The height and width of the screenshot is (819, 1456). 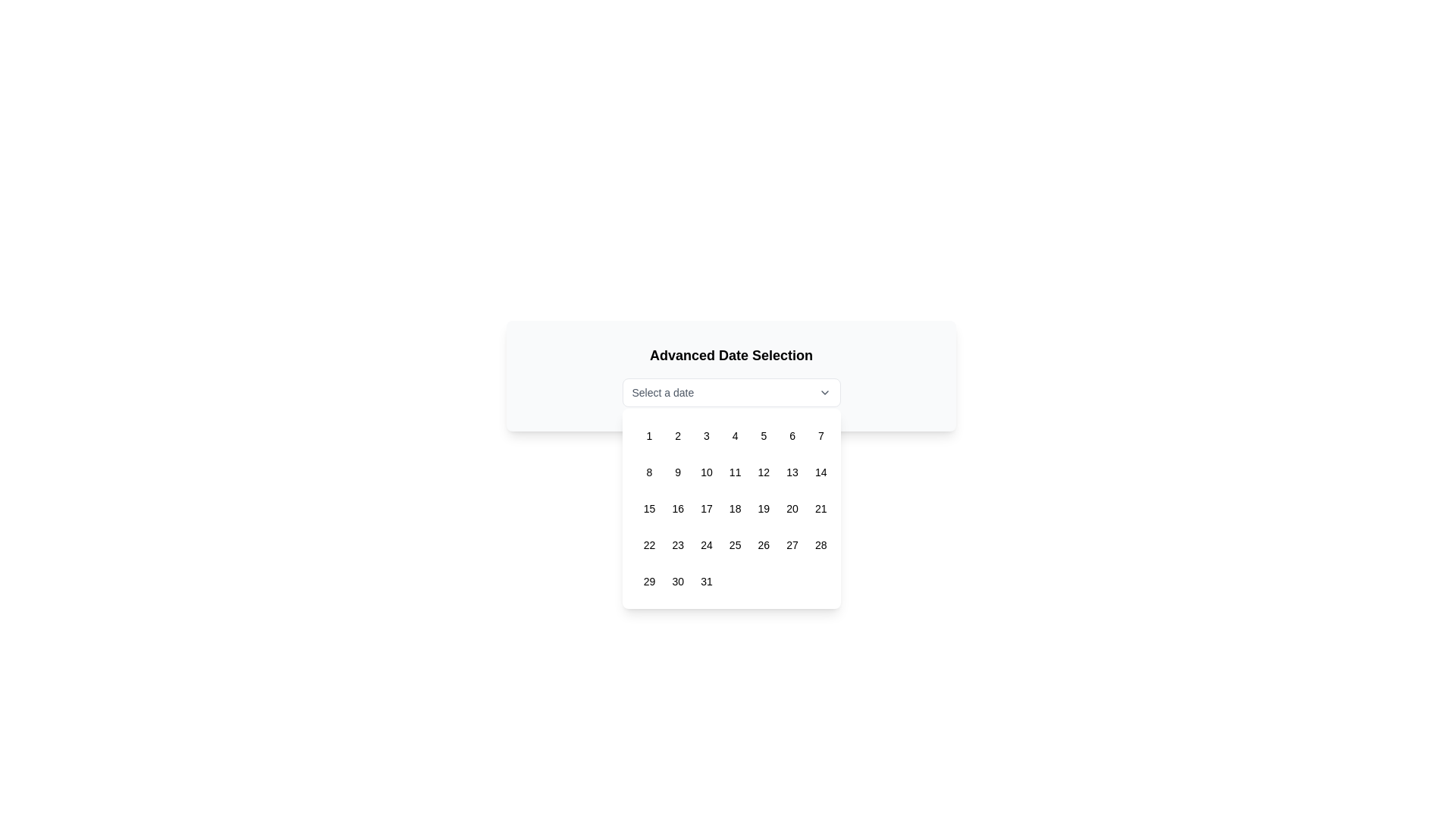 What do you see at coordinates (731, 509) in the screenshot?
I see `the individual day cell of the grid-style calendar component located beneath the 'Select a date' dropdown button` at bounding box center [731, 509].